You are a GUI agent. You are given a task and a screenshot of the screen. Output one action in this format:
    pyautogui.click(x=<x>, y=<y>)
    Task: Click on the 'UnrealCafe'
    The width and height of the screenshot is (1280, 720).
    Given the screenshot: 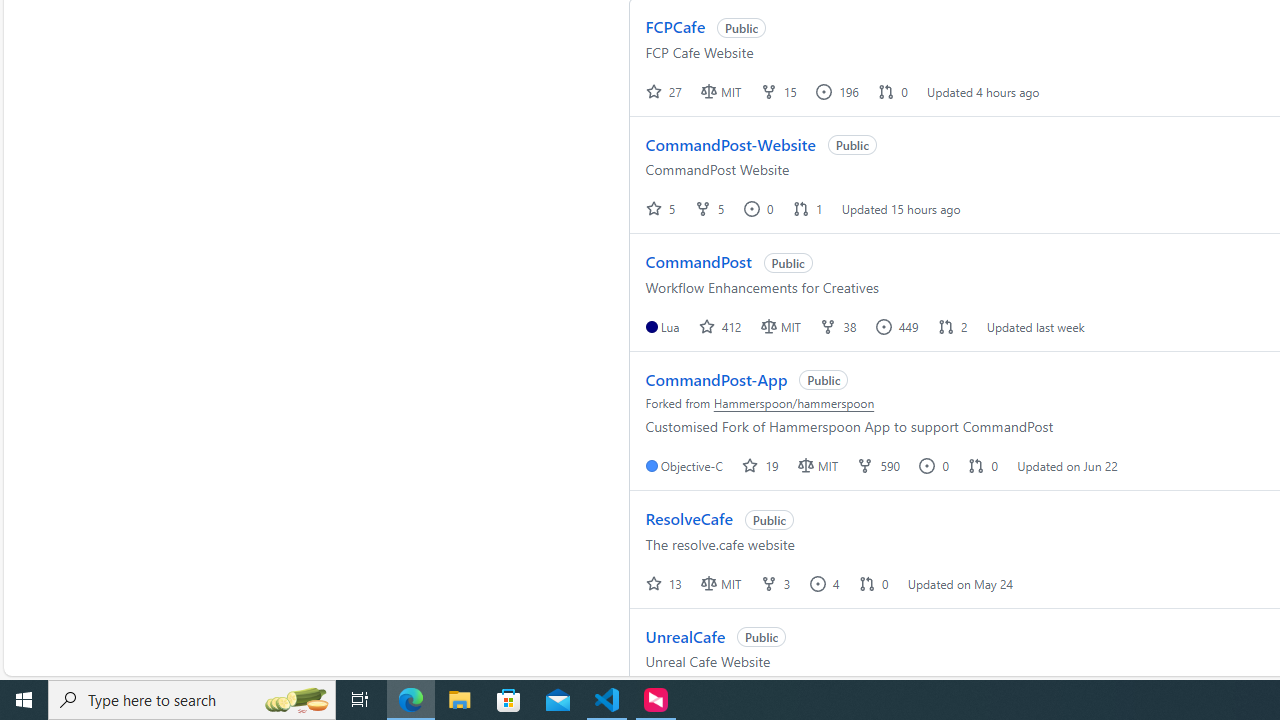 What is the action you would take?
    pyautogui.click(x=685, y=636)
    